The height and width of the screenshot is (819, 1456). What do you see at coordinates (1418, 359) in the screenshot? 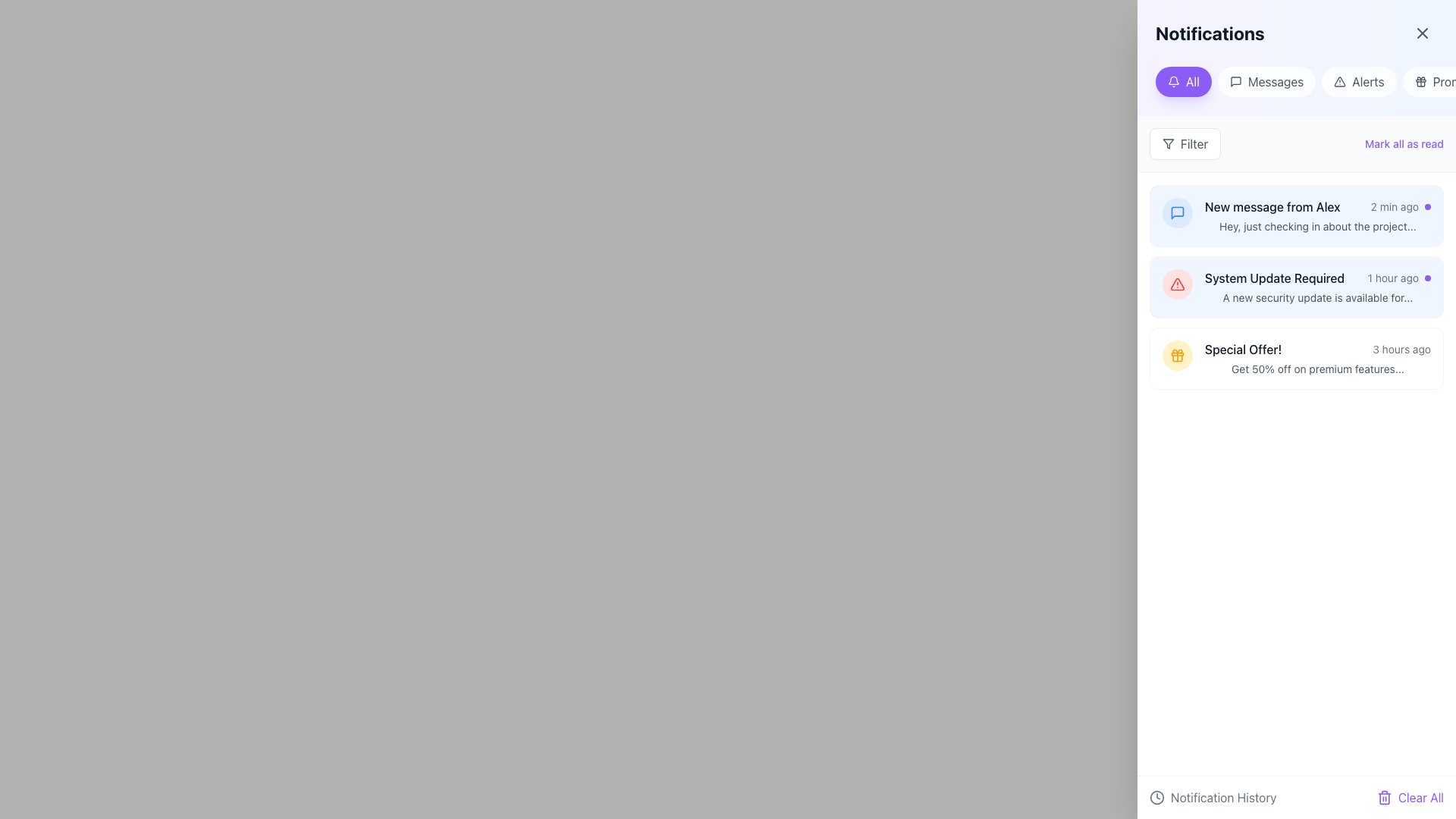
I see `the ellipsis menu button, which is a circular icon with three vertically aligned gray dots located in the rightmost section of the third notification card in the 'Notifications' panel` at bounding box center [1418, 359].